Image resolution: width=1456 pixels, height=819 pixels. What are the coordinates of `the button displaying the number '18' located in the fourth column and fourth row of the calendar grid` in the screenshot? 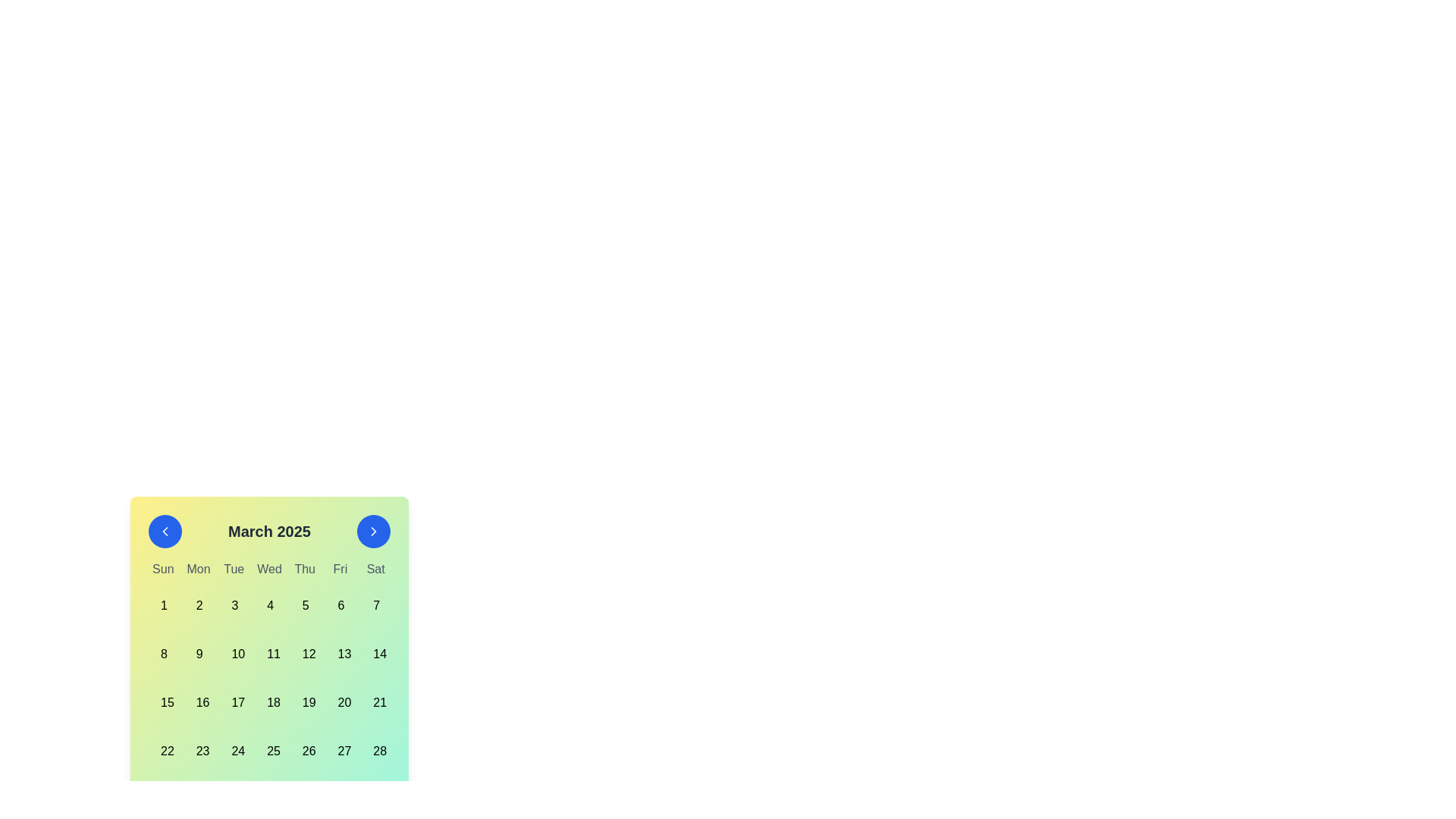 It's located at (269, 702).